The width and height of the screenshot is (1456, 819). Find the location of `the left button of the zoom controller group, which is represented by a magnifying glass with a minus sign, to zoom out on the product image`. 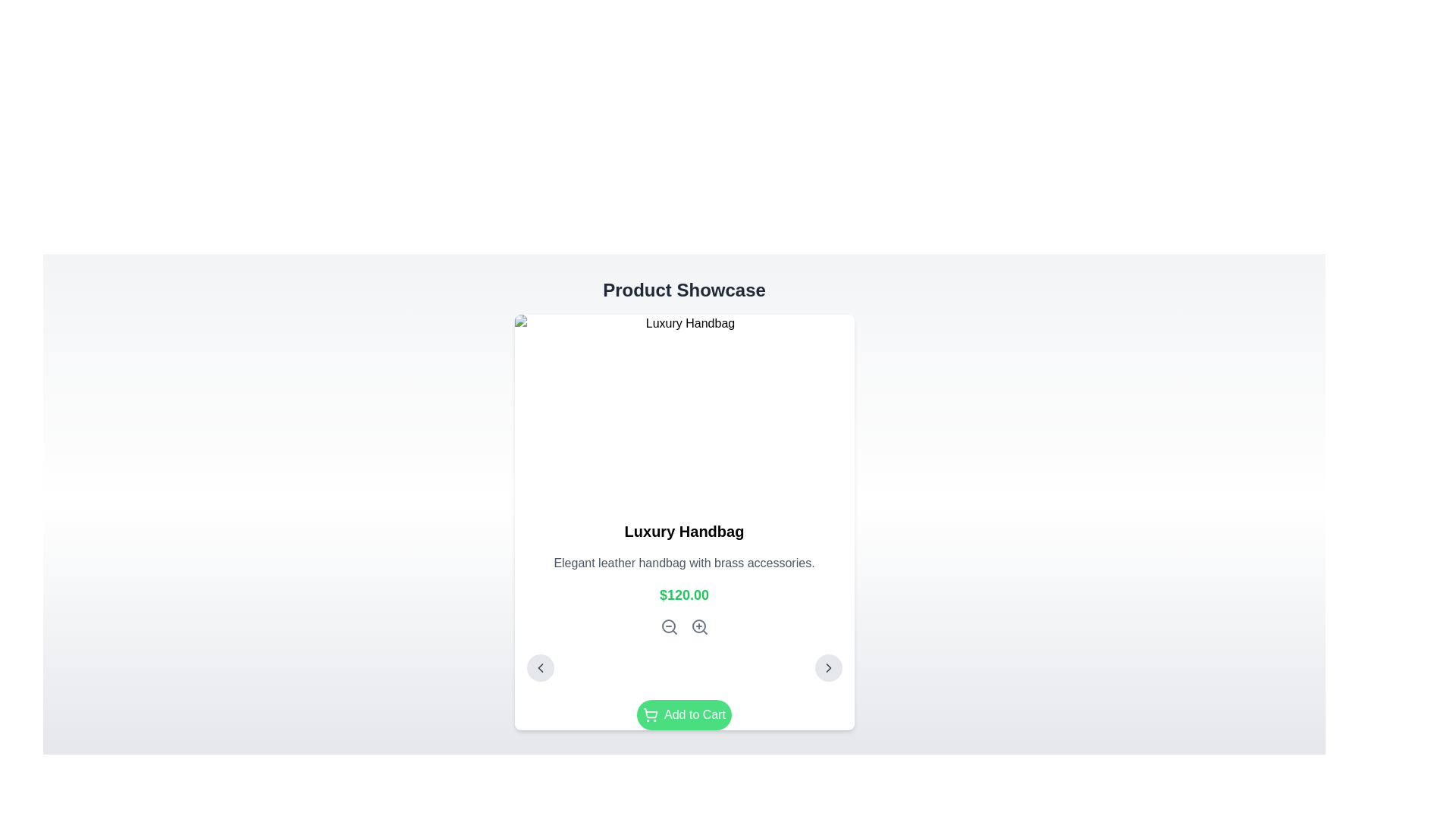

the left button of the zoom controller group, which is represented by a magnifying glass with a minus sign, to zoom out on the product image is located at coordinates (683, 626).